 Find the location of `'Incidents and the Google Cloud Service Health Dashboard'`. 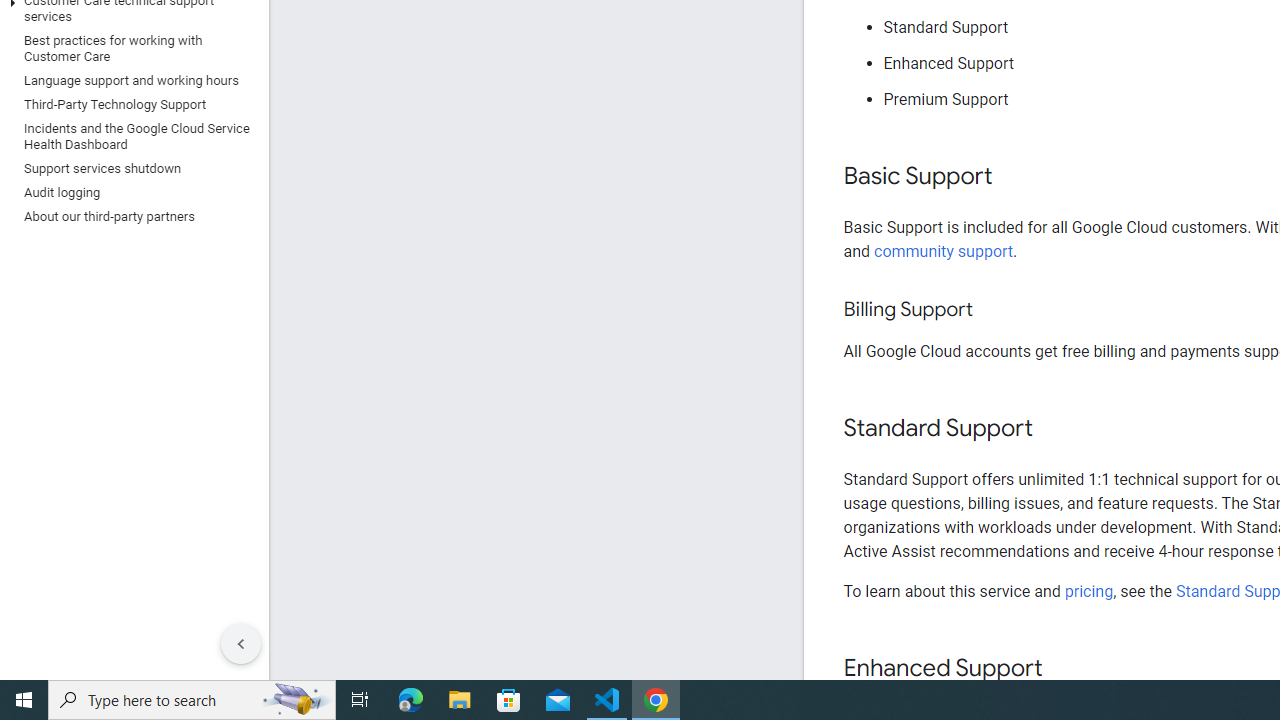

'Incidents and the Google Cloud Service Health Dashboard' is located at coordinates (129, 135).